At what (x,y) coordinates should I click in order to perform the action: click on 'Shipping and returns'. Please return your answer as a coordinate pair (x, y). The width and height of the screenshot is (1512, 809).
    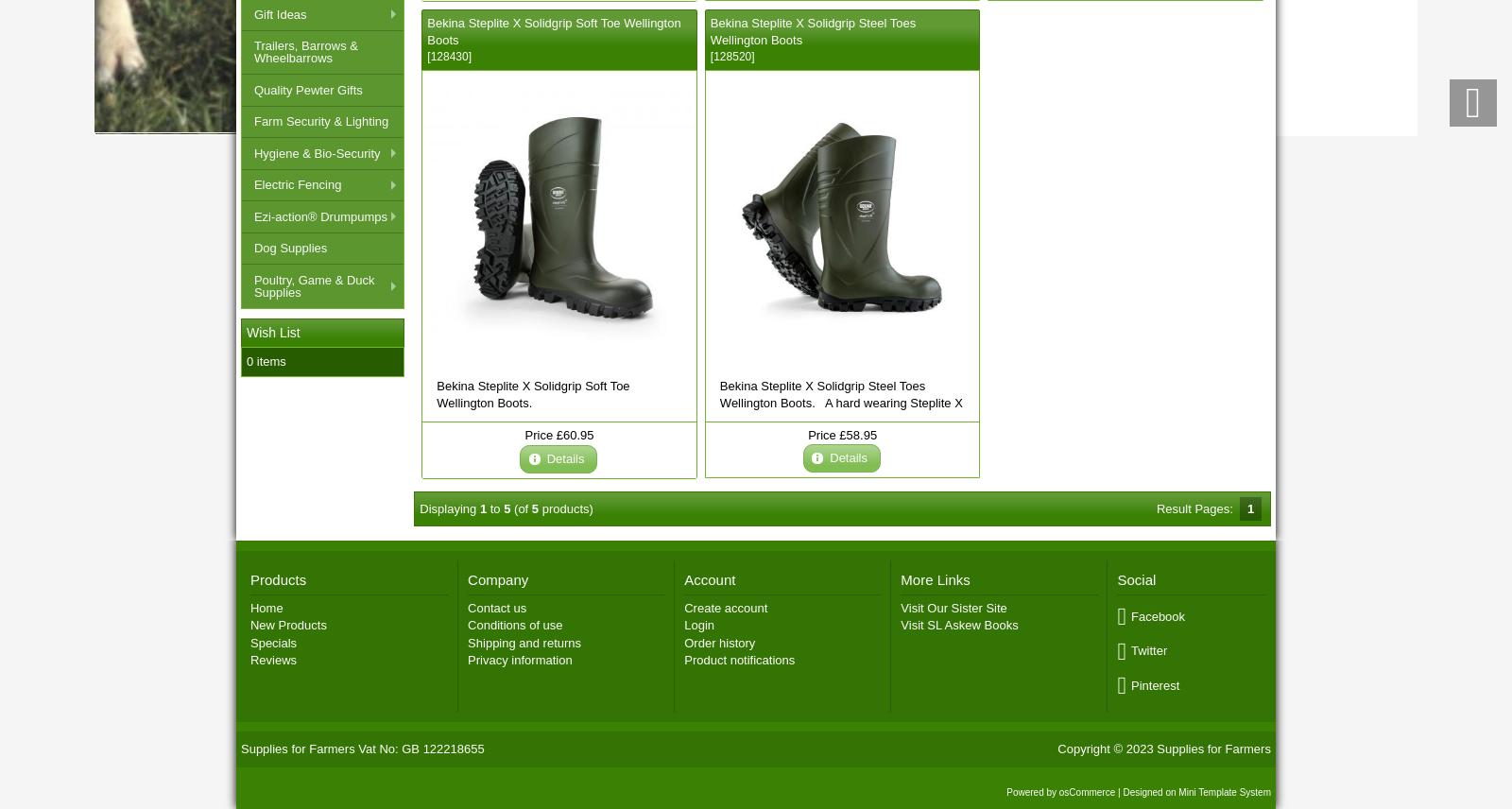
    Looking at the image, I should click on (524, 641).